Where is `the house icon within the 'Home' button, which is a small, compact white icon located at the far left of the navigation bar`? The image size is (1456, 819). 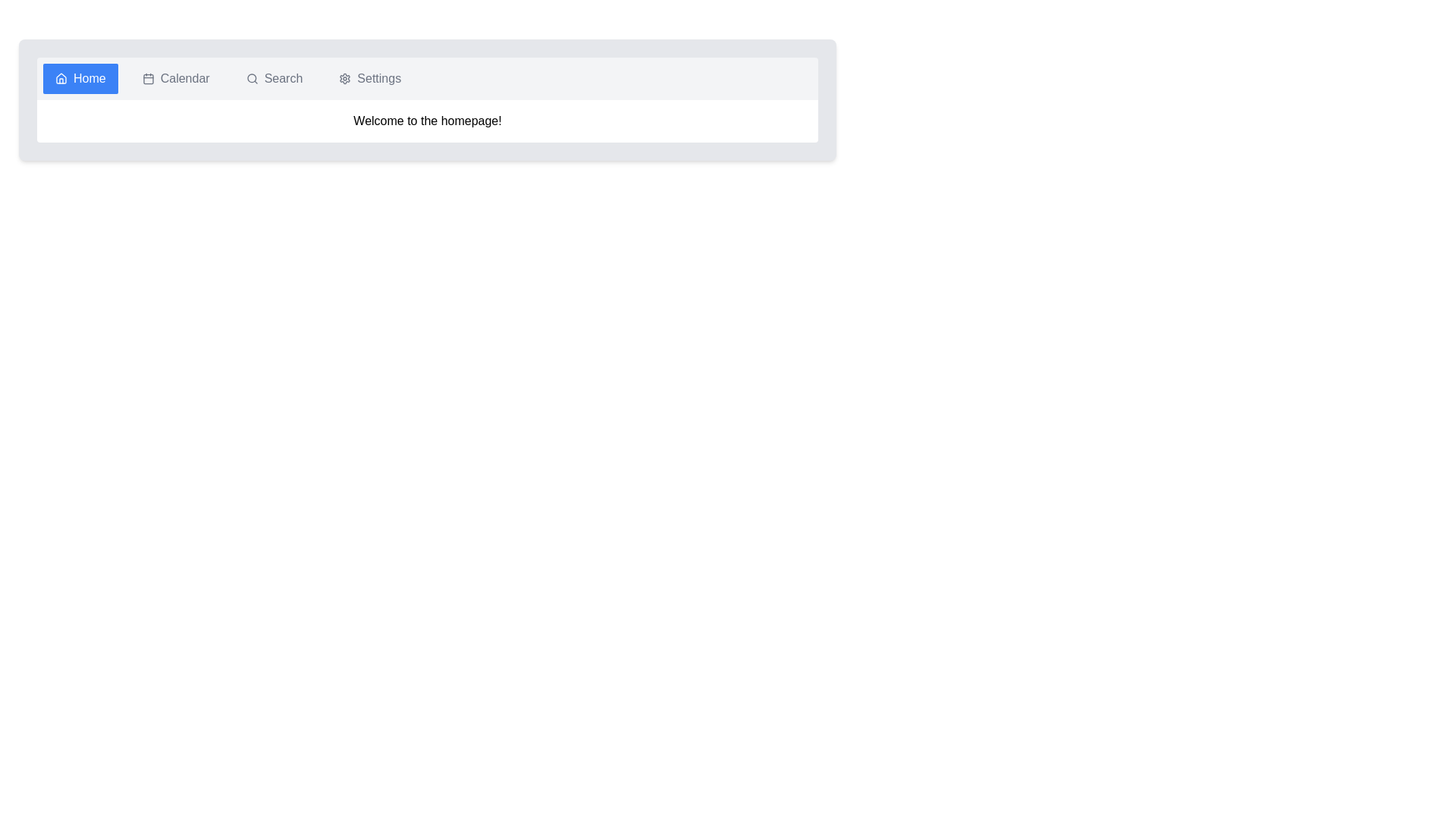 the house icon within the 'Home' button, which is a small, compact white icon located at the far left of the navigation bar is located at coordinates (61, 79).